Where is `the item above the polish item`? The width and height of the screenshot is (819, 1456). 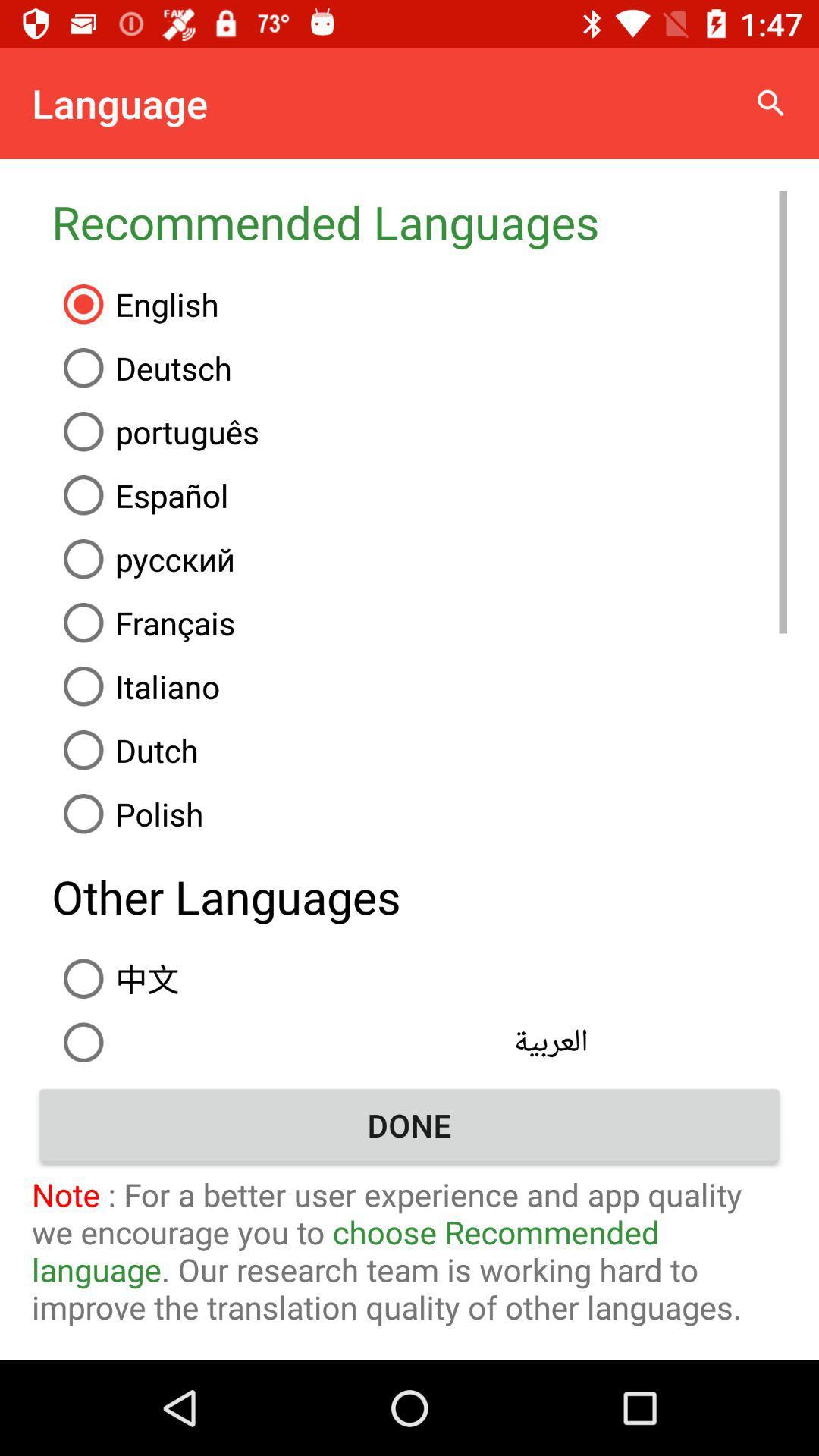
the item above the polish item is located at coordinates (419, 750).